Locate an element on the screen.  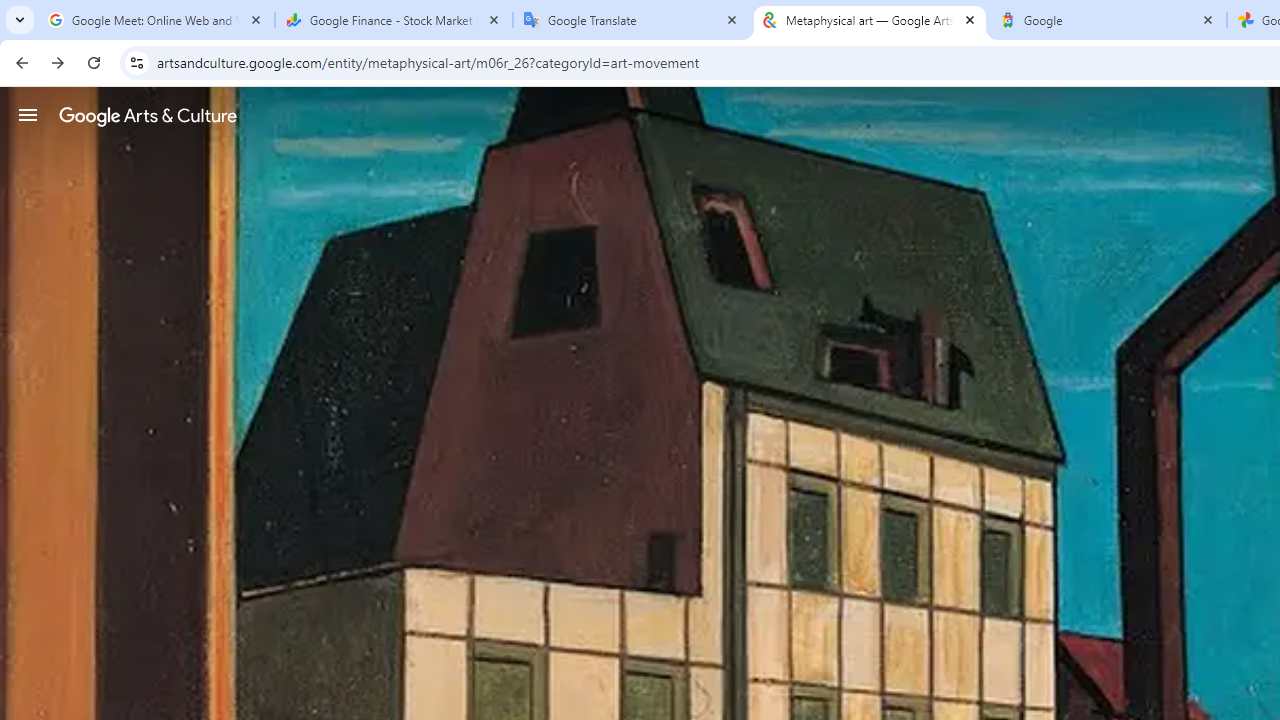
'Reload' is located at coordinates (93, 61).